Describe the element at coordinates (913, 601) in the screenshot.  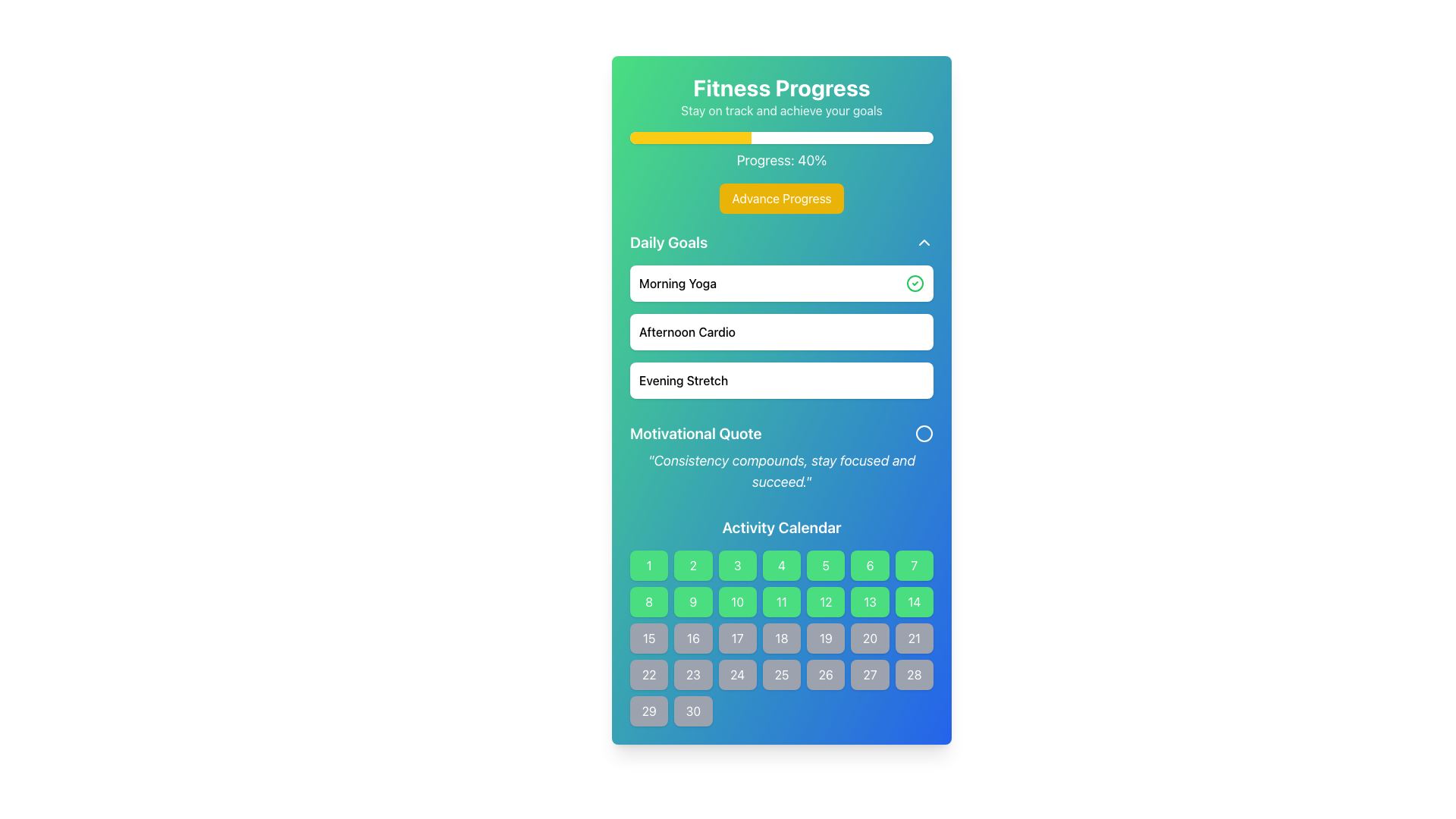
I see `the interactive grid cell displaying the number '14' in the 'Activity Calendar'` at that location.